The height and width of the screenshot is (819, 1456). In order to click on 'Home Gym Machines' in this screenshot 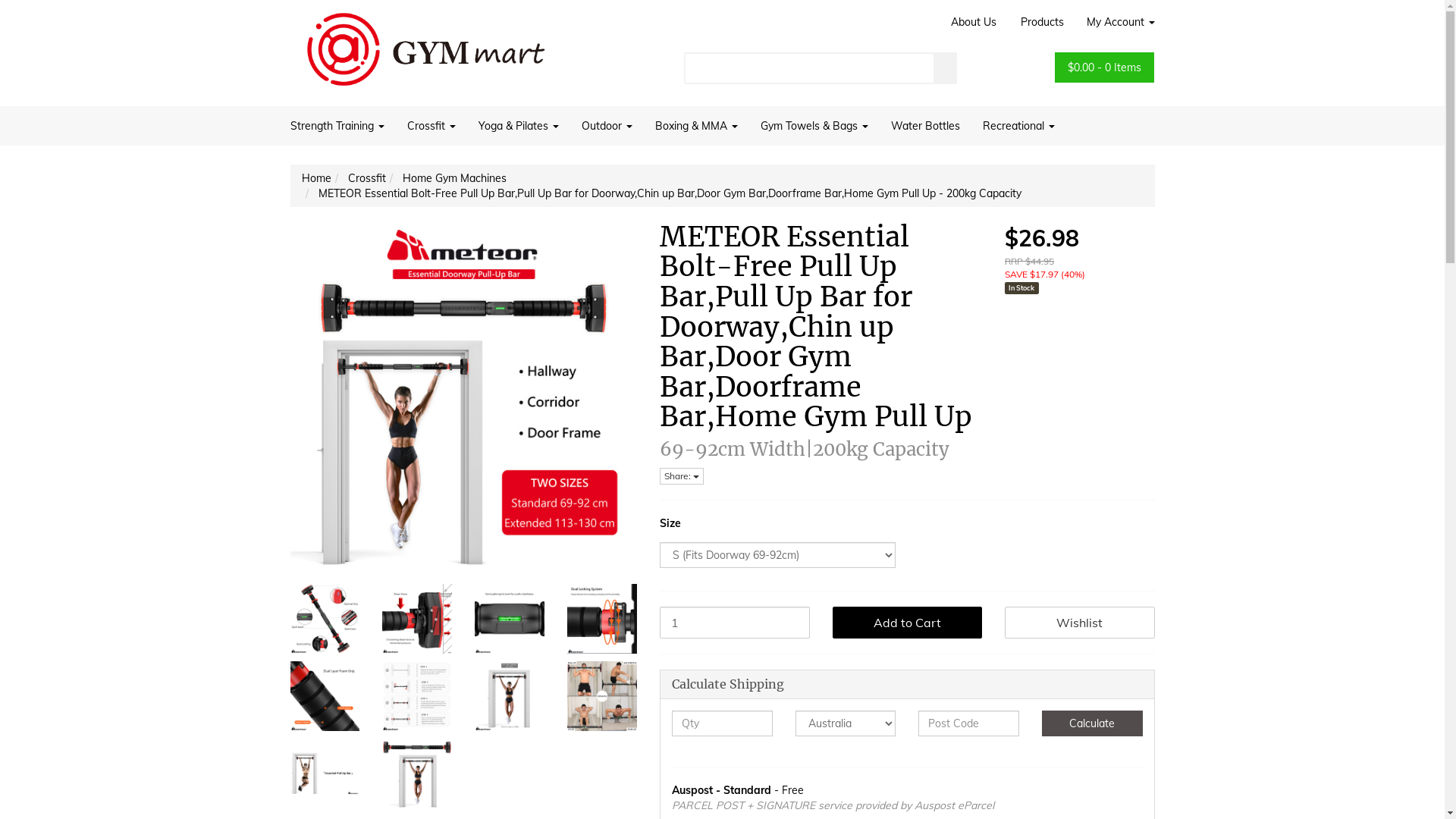, I will do `click(453, 177)`.